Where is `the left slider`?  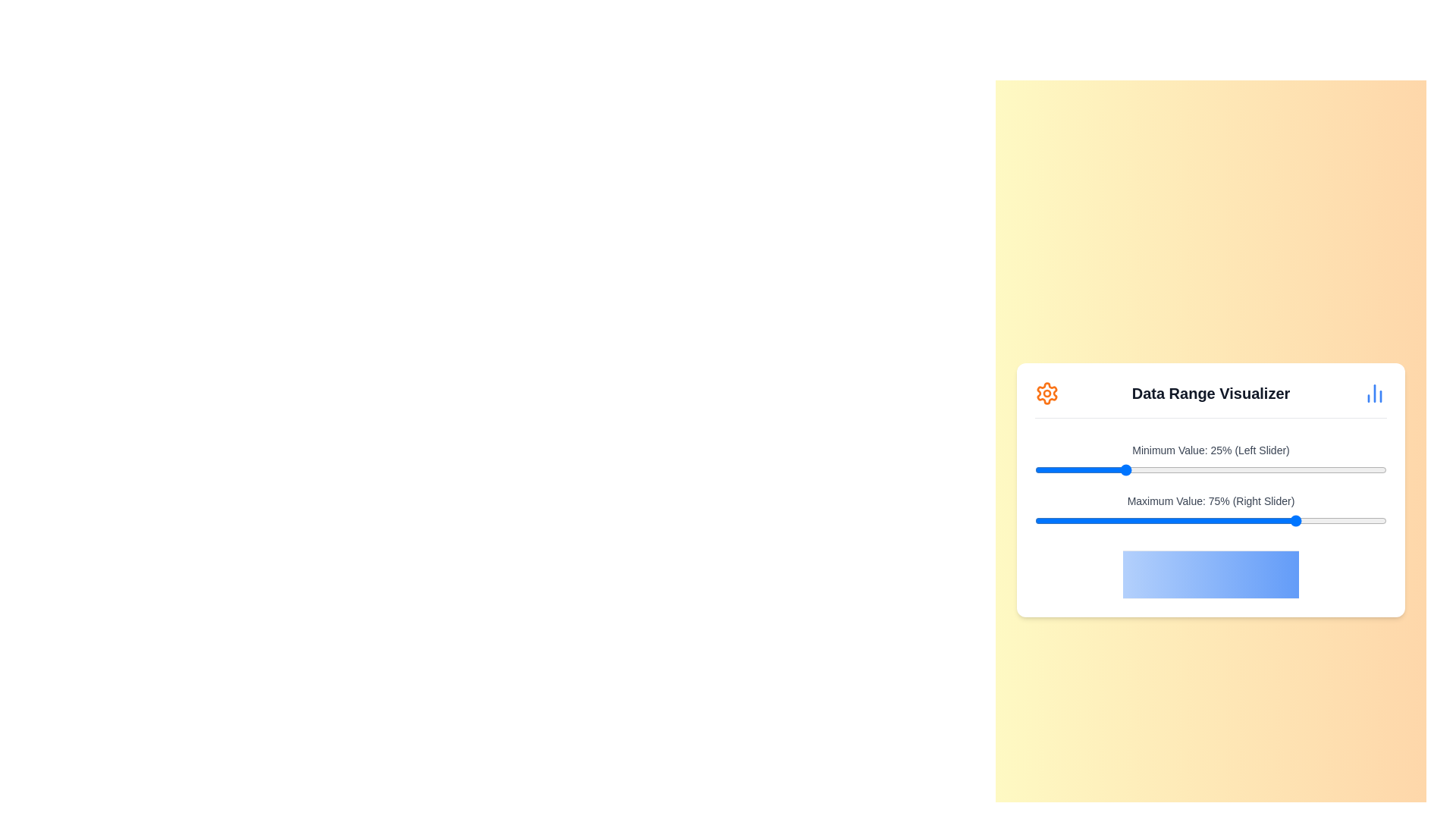 the left slider is located at coordinates (1383, 469).